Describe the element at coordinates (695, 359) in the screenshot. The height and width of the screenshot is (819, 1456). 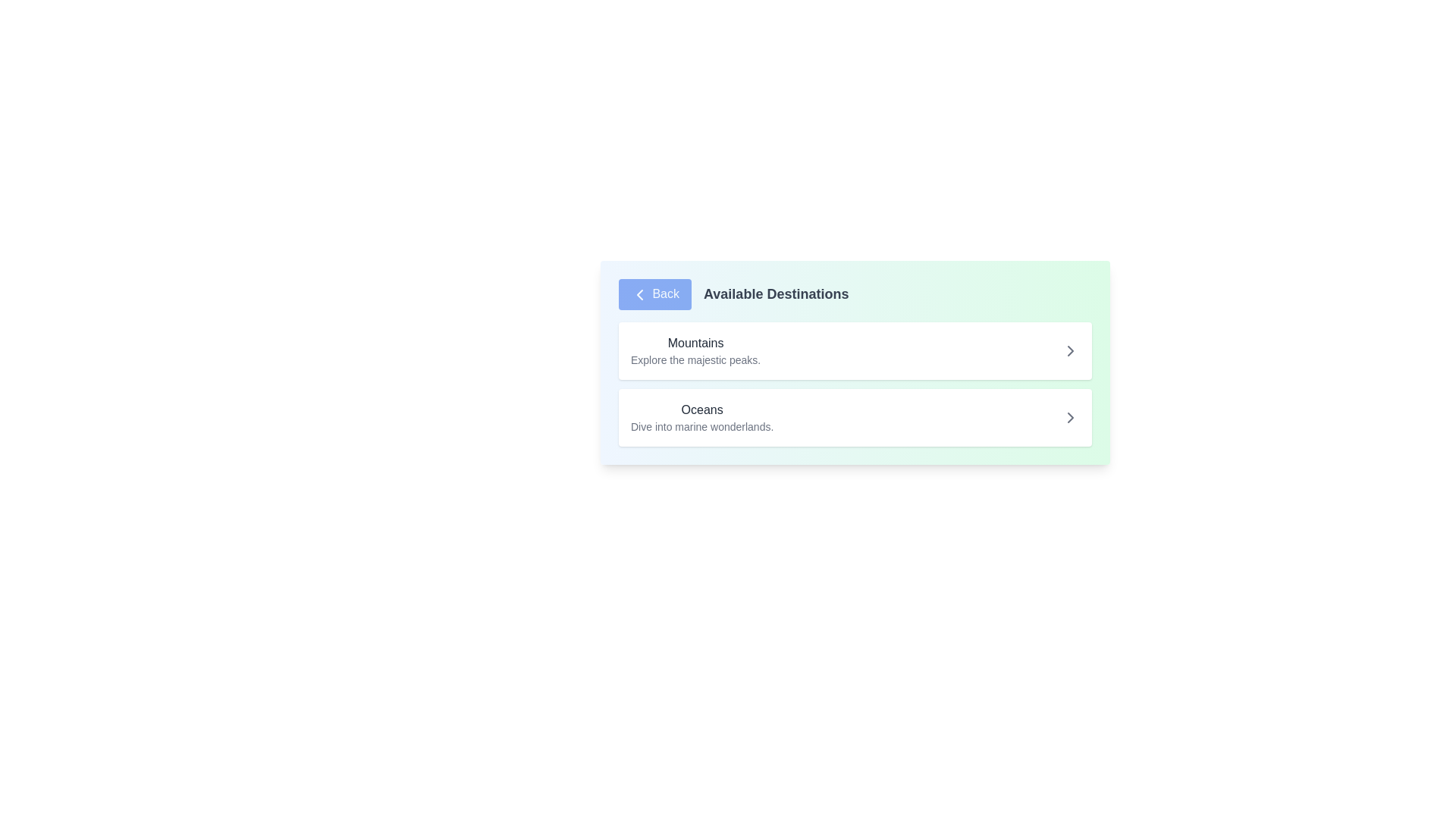
I see `the descriptive text element located below the 'Mountains' title in the first card of the list` at that location.